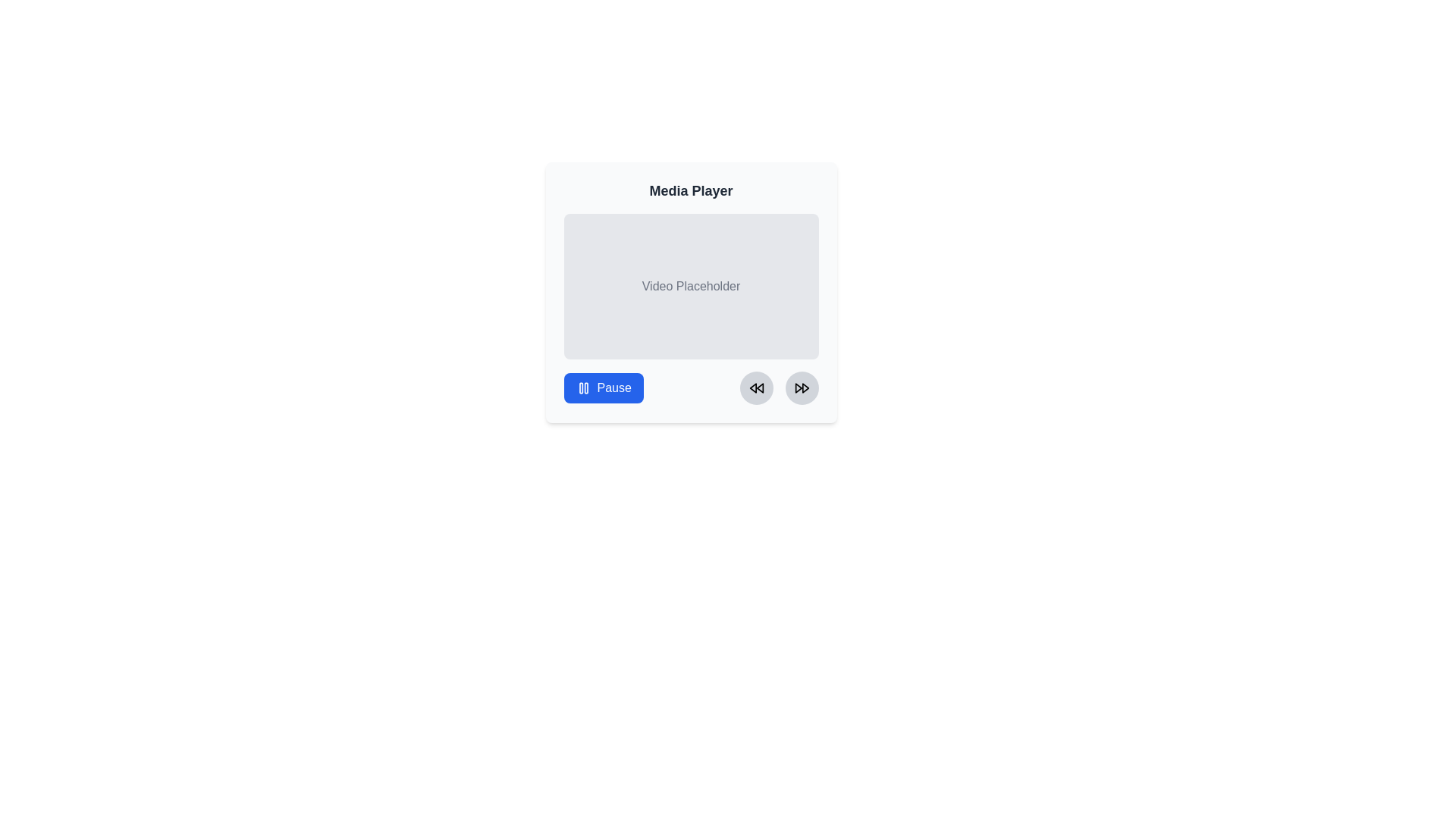 The height and width of the screenshot is (819, 1456). I want to click on the group of navigation buttons located centrally beneath the media playback area, so click(779, 388).